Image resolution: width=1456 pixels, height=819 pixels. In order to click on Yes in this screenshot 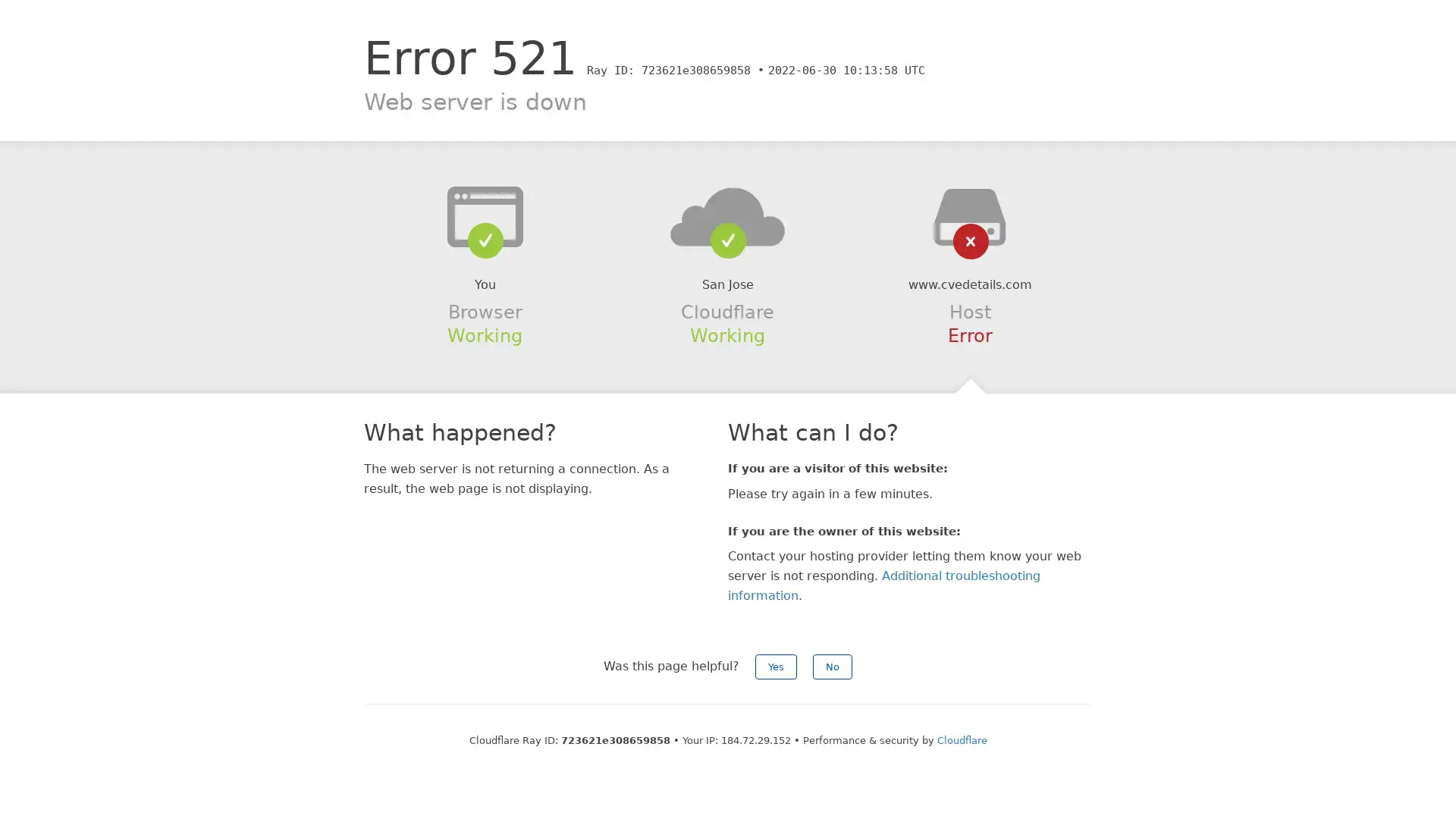, I will do `click(776, 666)`.